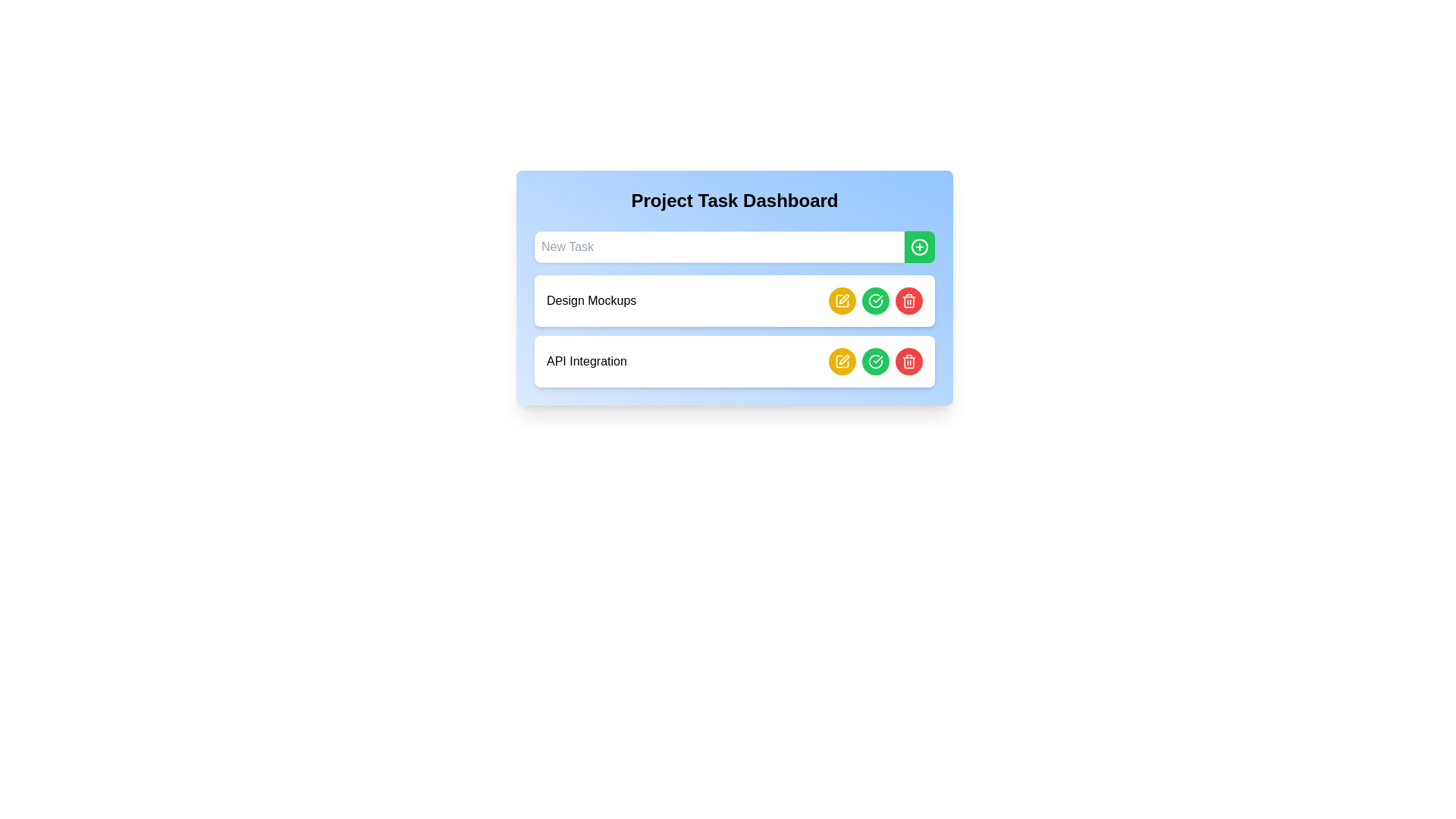 This screenshot has height=819, width=1456. Describe the element at coordinates (909, 362) in the screenshot. I see `the third button in the action button group` at that location.